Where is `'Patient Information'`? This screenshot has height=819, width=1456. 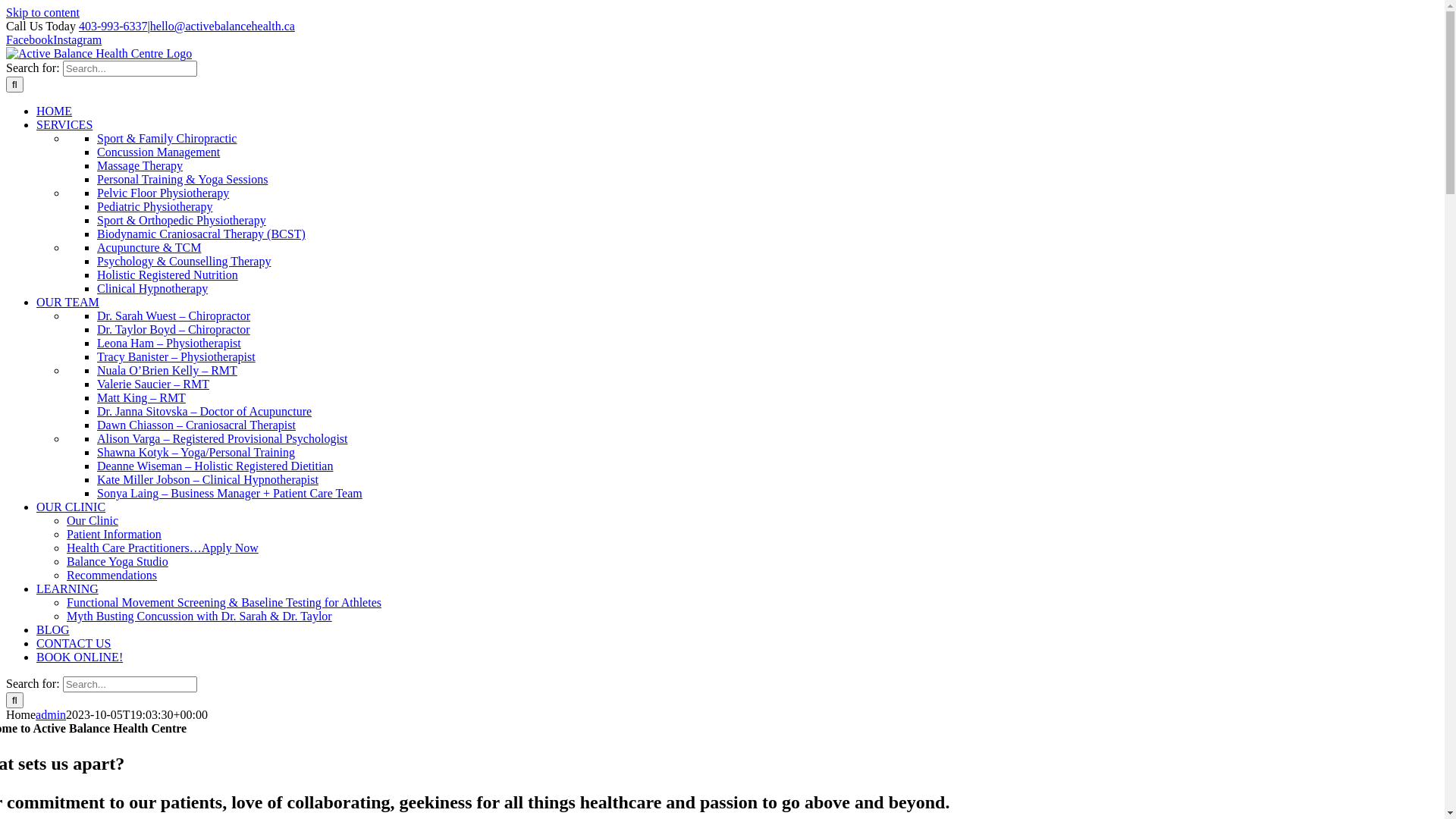 'Patient Information' is located at coordinates (113, 533).